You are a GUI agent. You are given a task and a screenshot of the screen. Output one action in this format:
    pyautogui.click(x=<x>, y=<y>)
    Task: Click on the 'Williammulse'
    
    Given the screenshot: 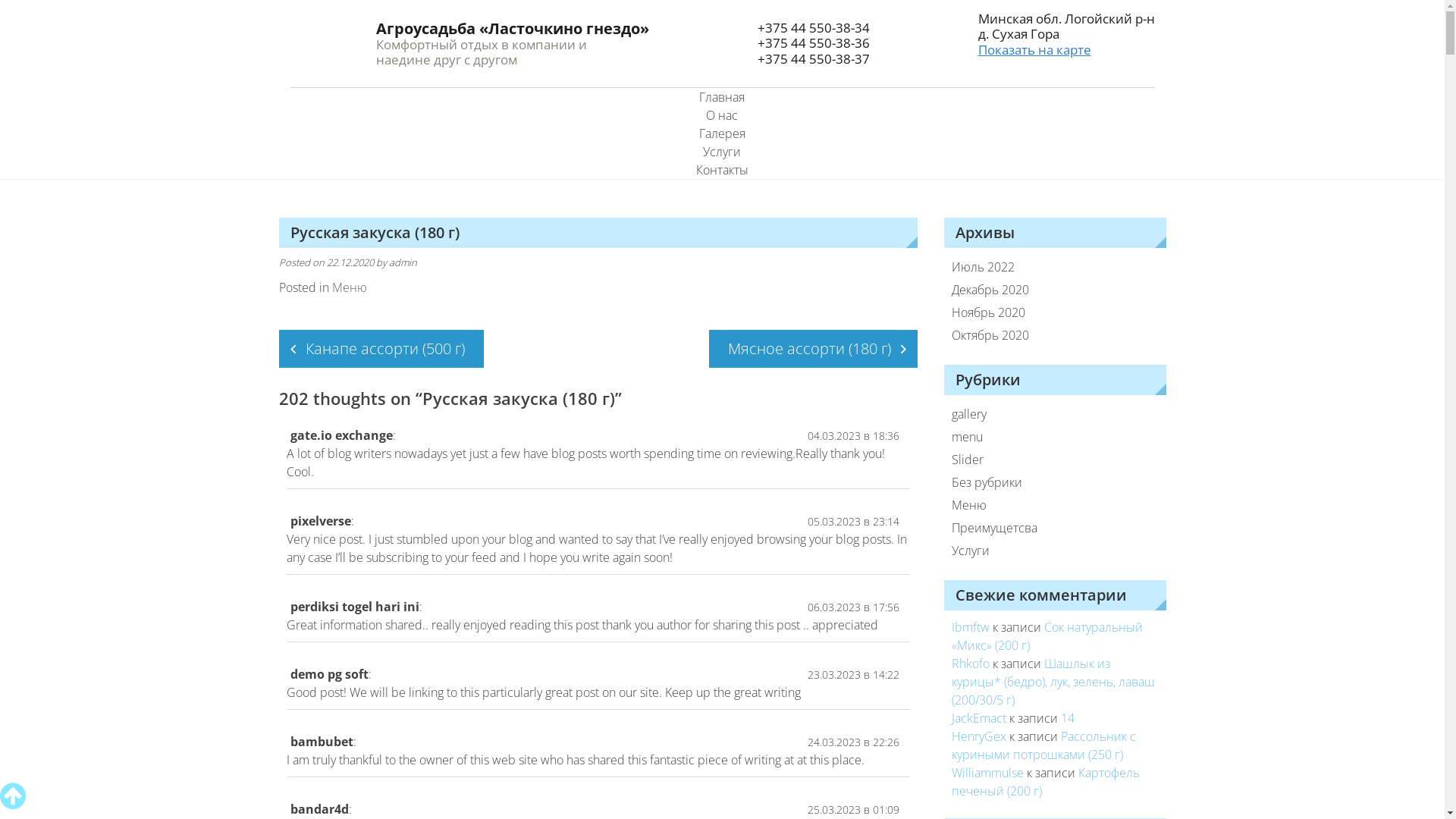 What is the action you would take?
    pyautogui.click(x=987, y=772)
    